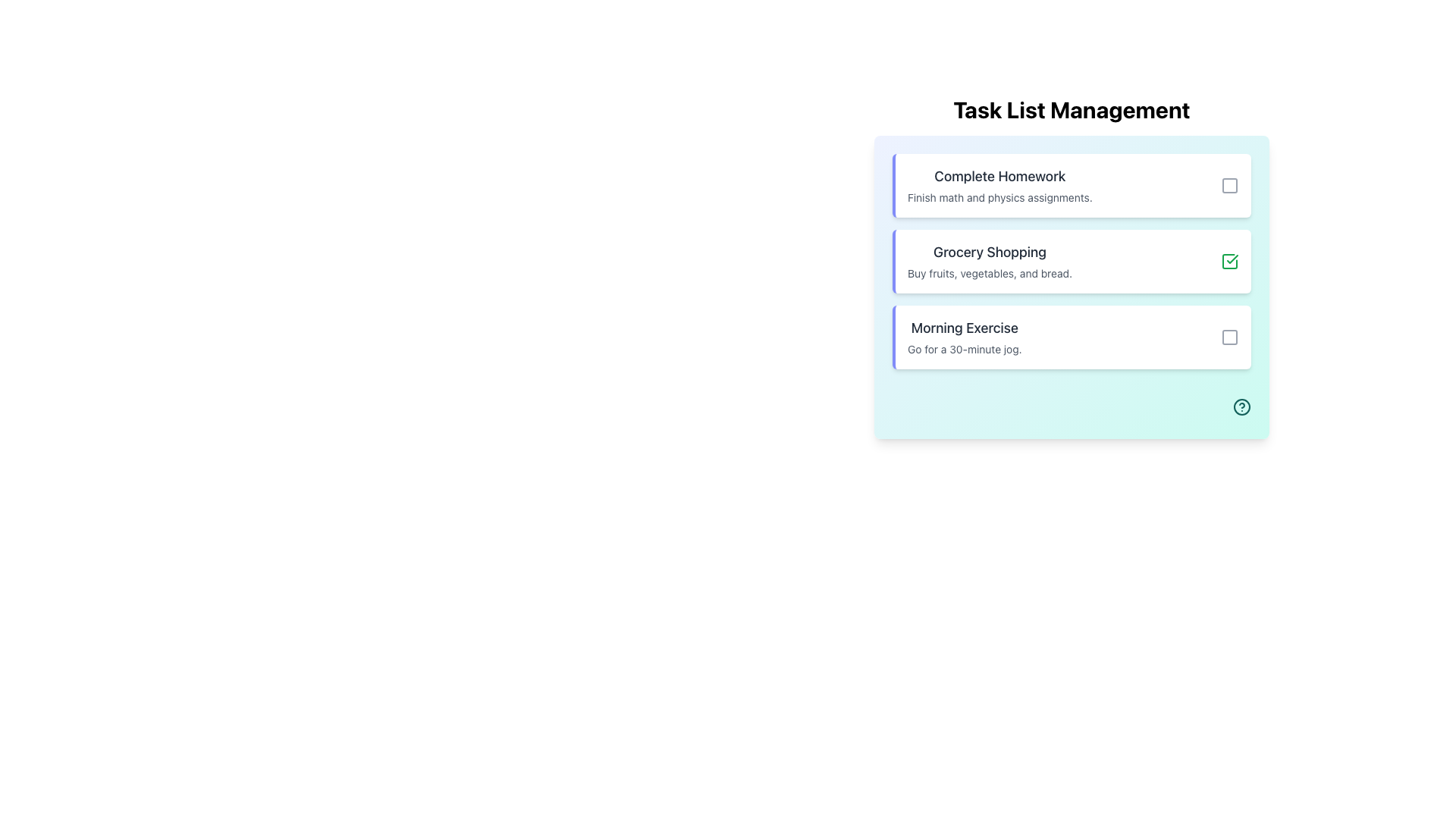 Image resolution: width=1456 pixels, height=819 pixels. Describe the element at coordinates (1241, 406) in the screenshot. I see `the circular teal-bordered icon with a question mark at the center, located at the bottom right corner of the pale cyan card interface for contextual options` at that location.